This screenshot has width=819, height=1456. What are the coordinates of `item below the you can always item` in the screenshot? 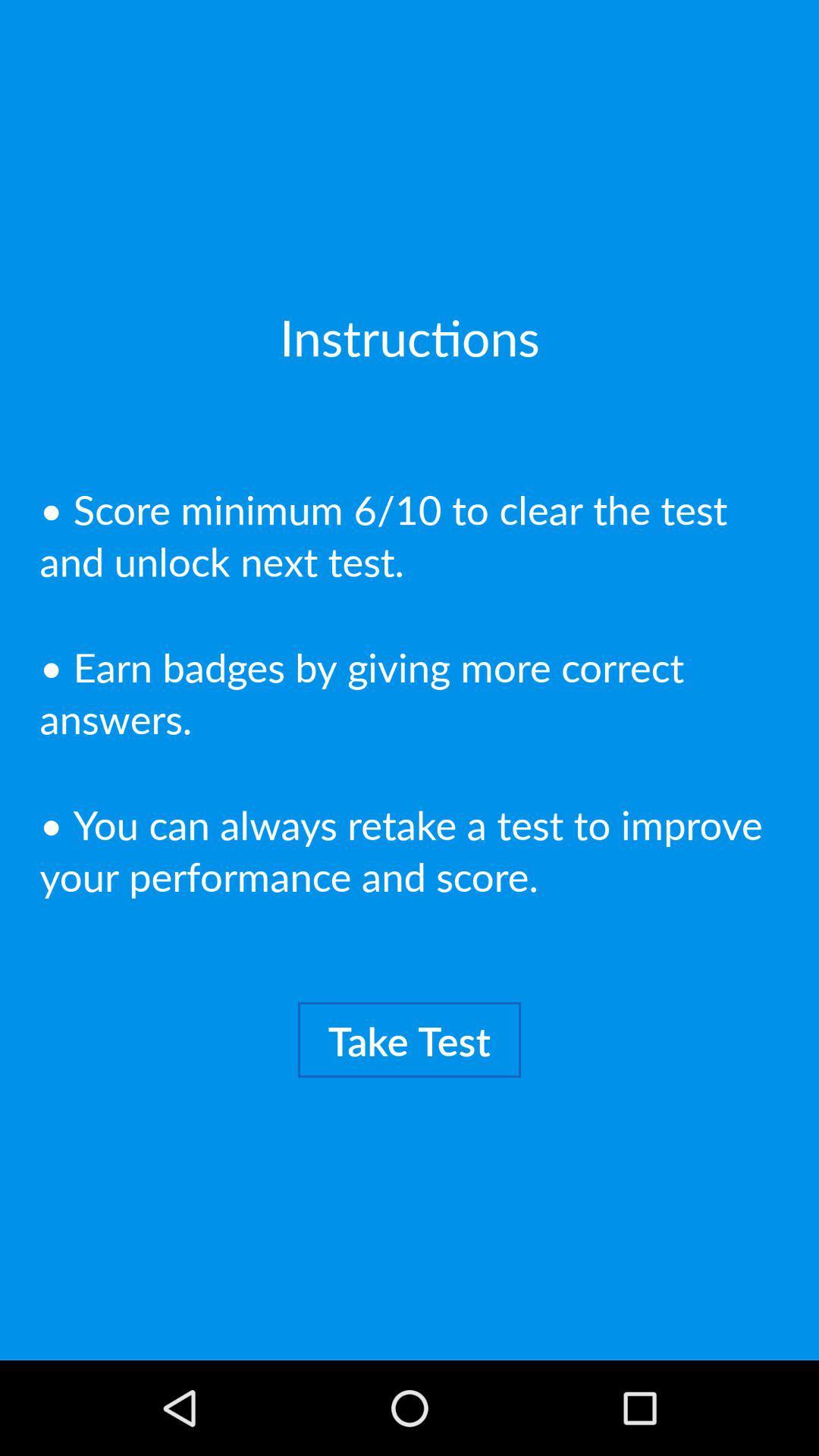 It's located at (409, 1039).